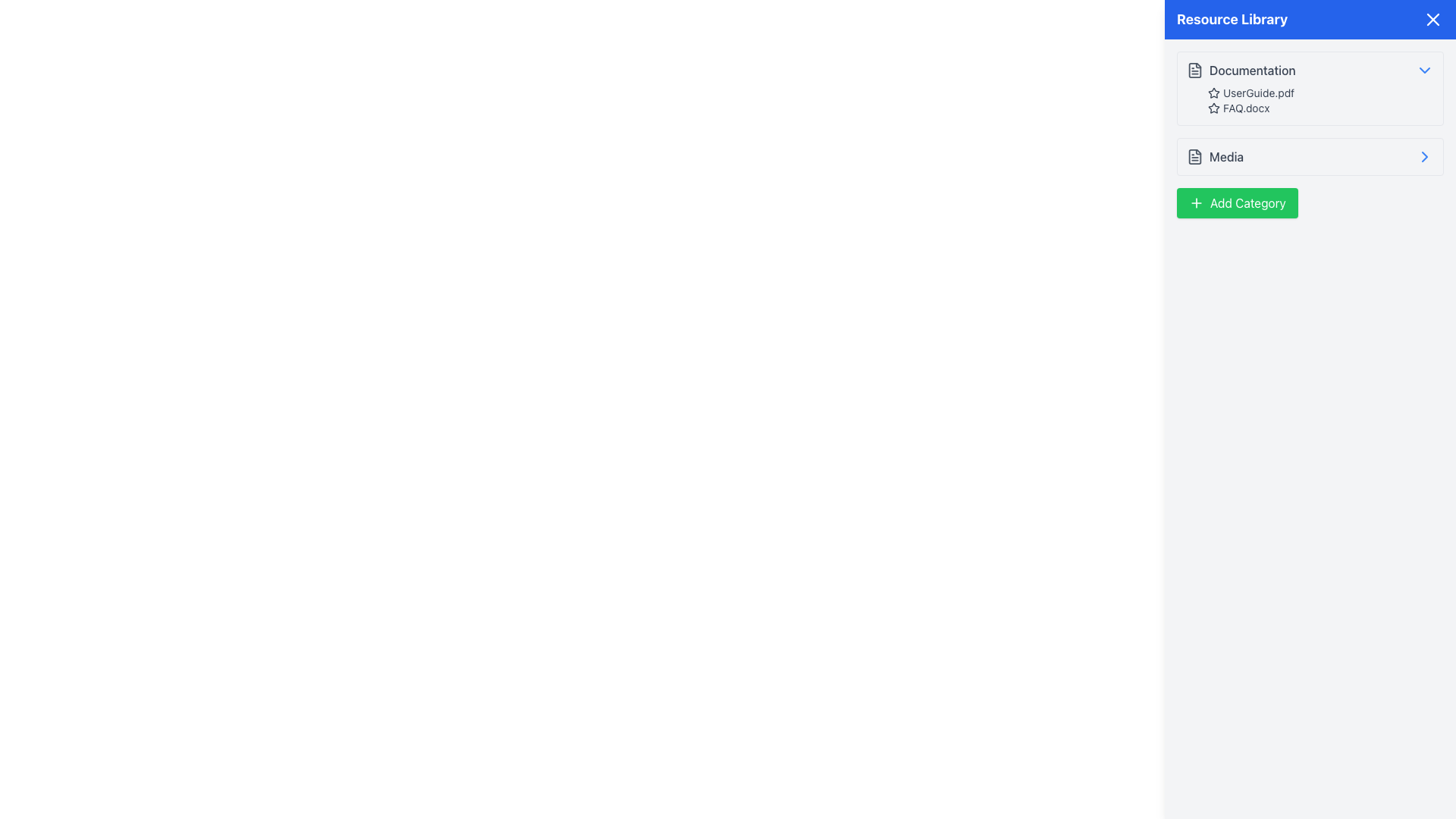  Describe the element at coordinates (1196, 202) in the screenshot. I see `the SVG icon shaped like a cross within the green 'Add Category' button located on the right side of the interface beneath the 'Media' section` at that location.